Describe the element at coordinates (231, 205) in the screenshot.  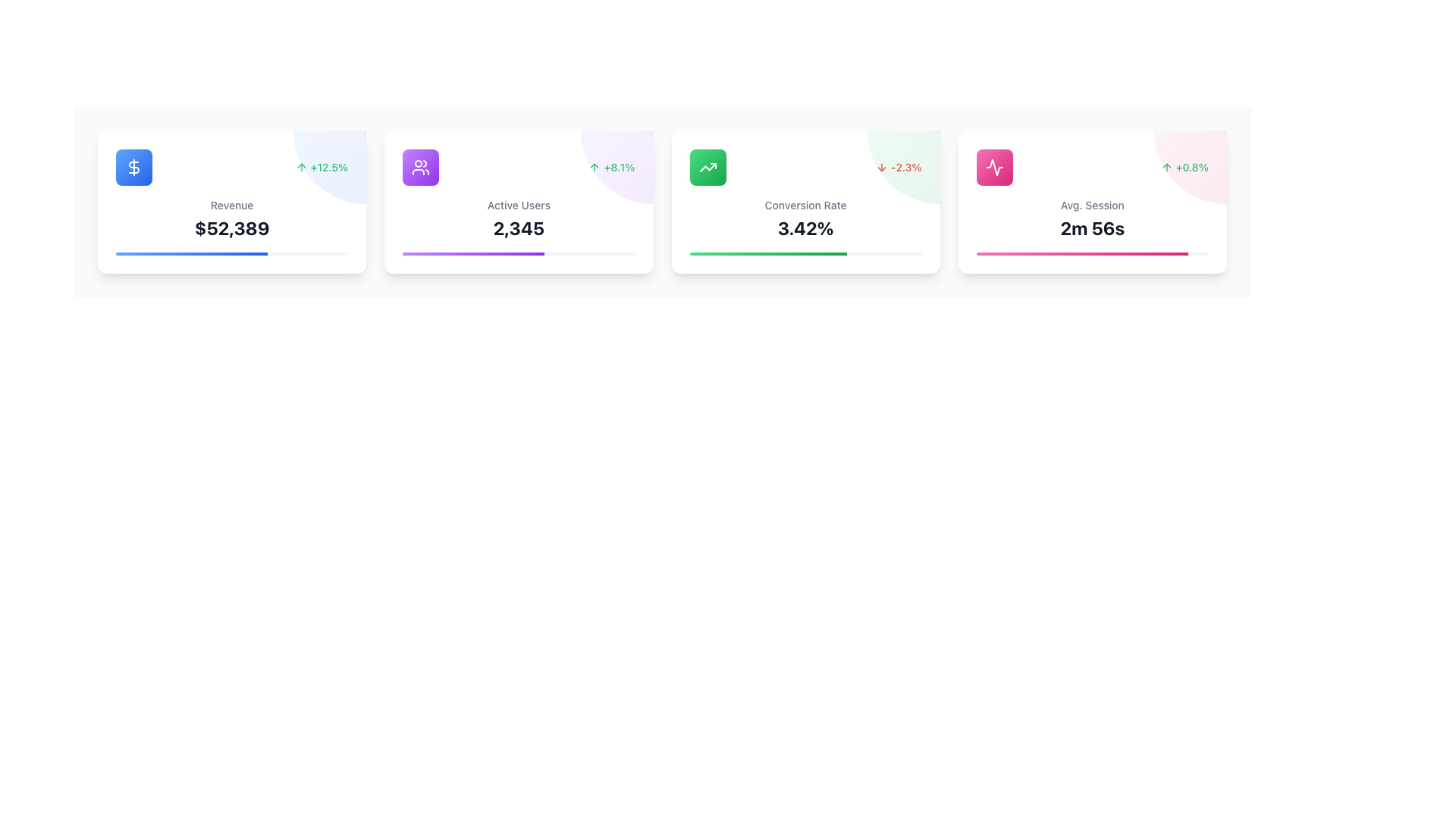
I see `descriptive label indicating that the card's content pertains to revenue, located in the middle-top region of the first card in a horizontal row of cards` at that location.